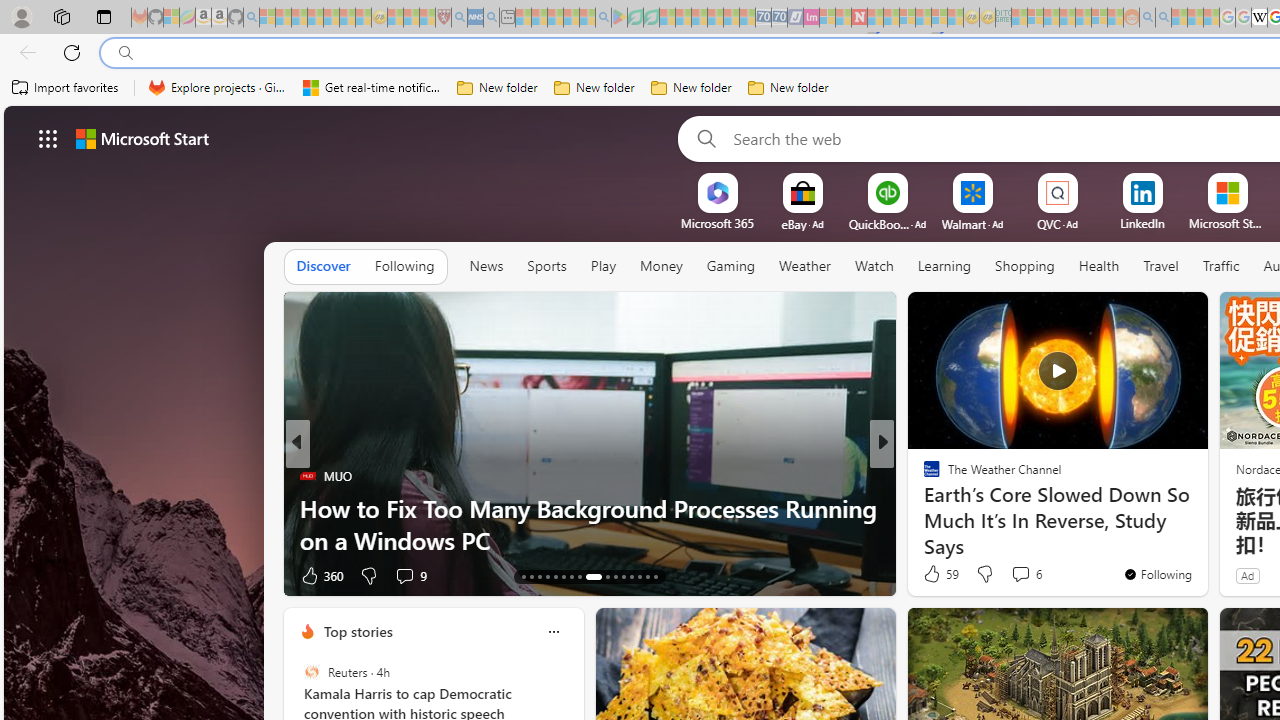 The width and height of the screenshot is (1280, 720). What do you see at coordinates (933, 575) in the screenshot?
I see `'97 Like'` at bounding box center [933, 575].